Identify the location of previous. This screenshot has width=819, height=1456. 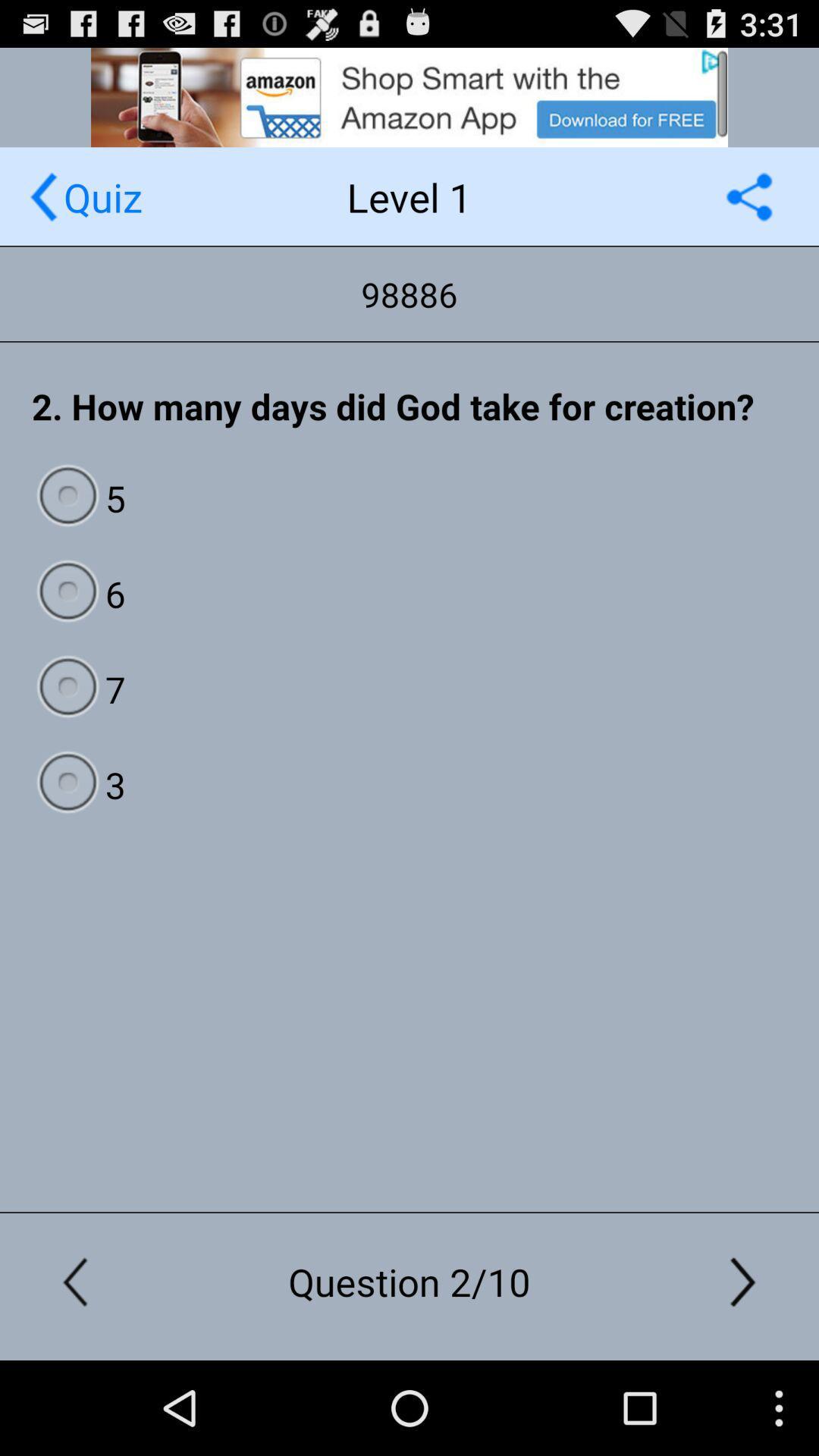
(42, 196).